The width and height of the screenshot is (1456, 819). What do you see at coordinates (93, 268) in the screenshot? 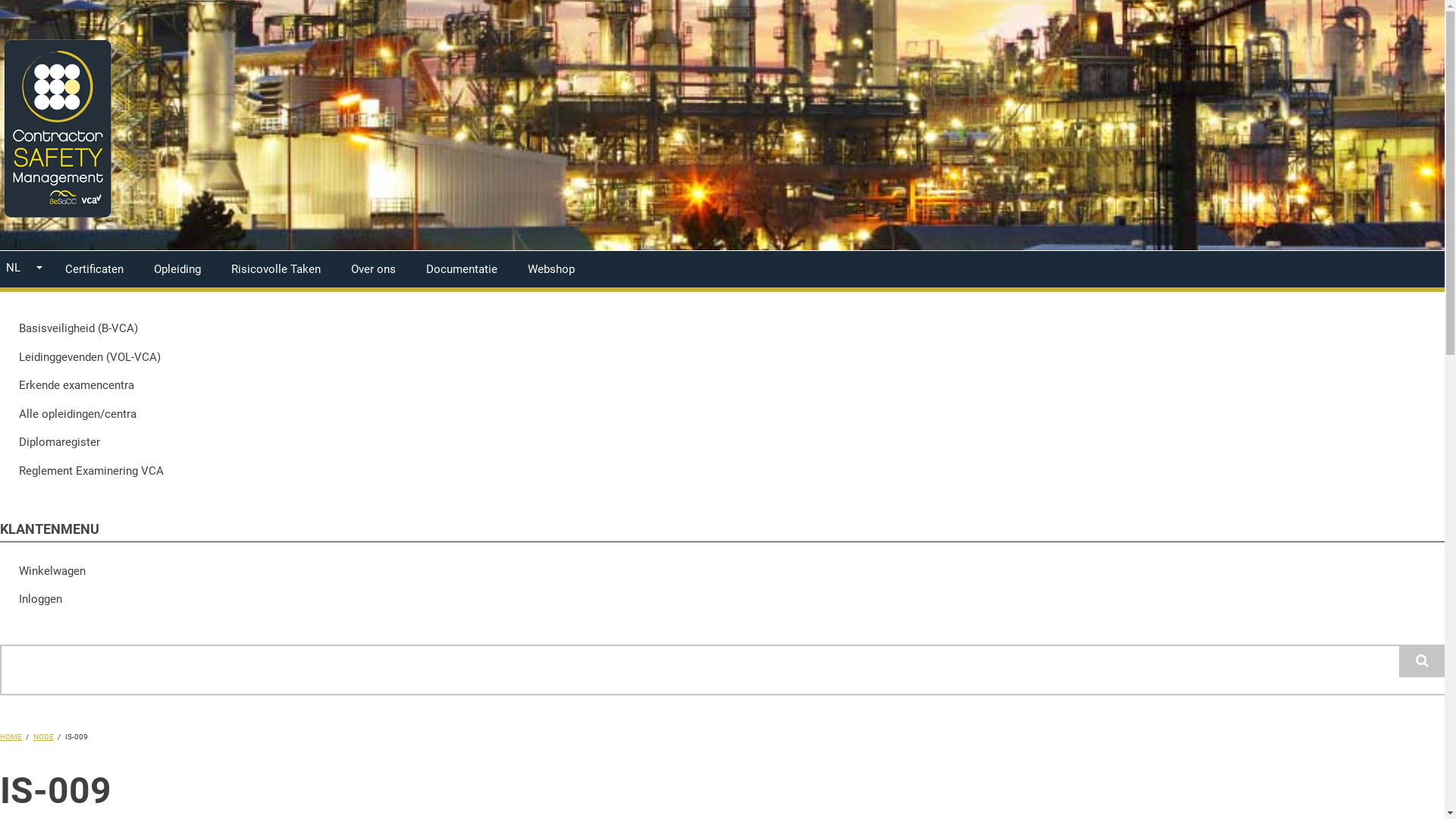
I see `'Certificaten'` at bounding box center [93, 268].